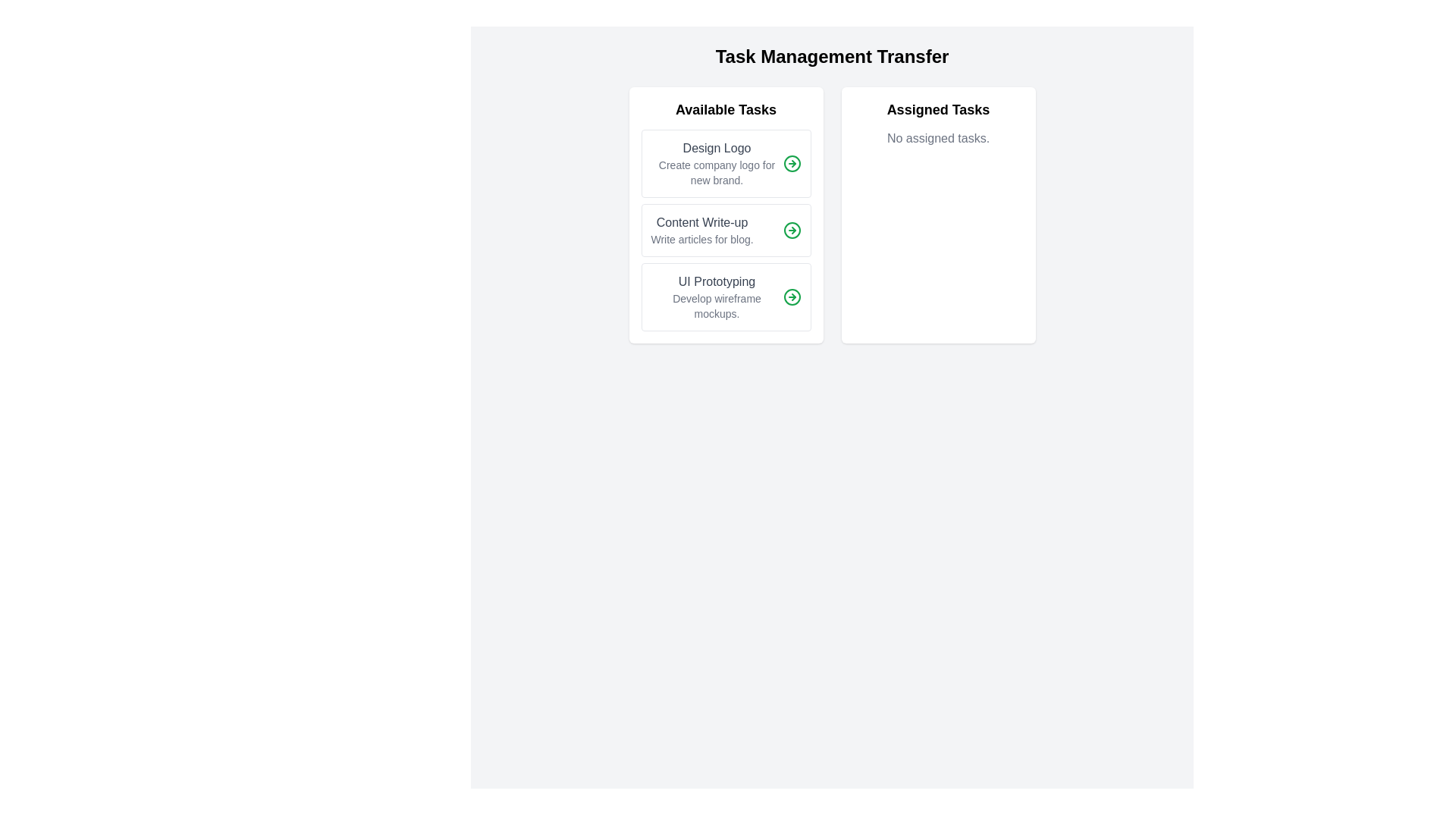 The image size is (1456, 819). I want to click on the first task description element in the 'Available Tasks' list, so click(716, 164).